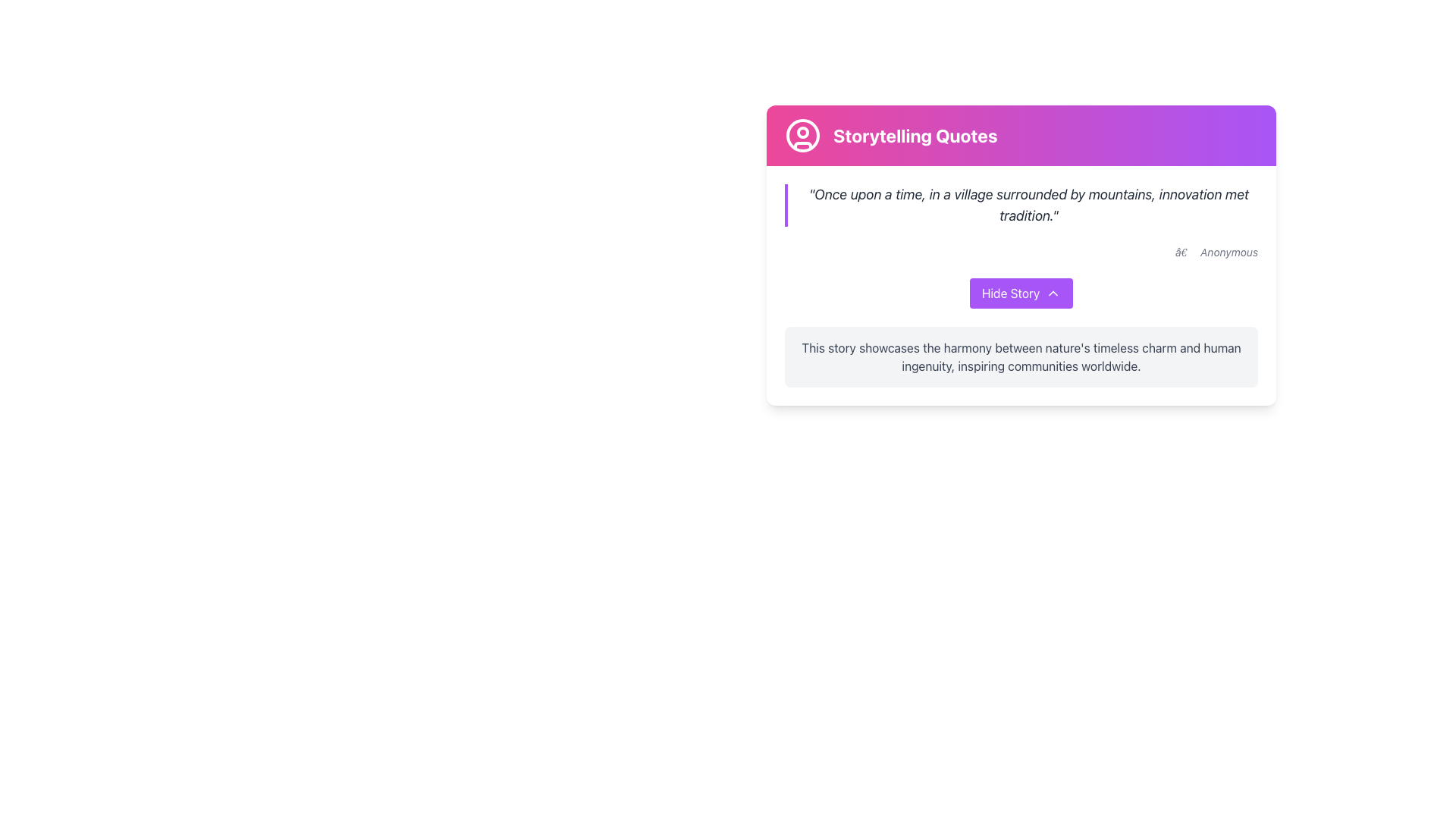 Image resolution: width=1456 pixels, height=819 pixels. What do you see at coordinates (802, 134) in the screenshot?
I see `the user icon SVG graphic, which is a large circular frame with a silhouette of a person in white against a pink background, located at the far left of the title 'Storytelling Quotes'` at bounding box center [802, 134].